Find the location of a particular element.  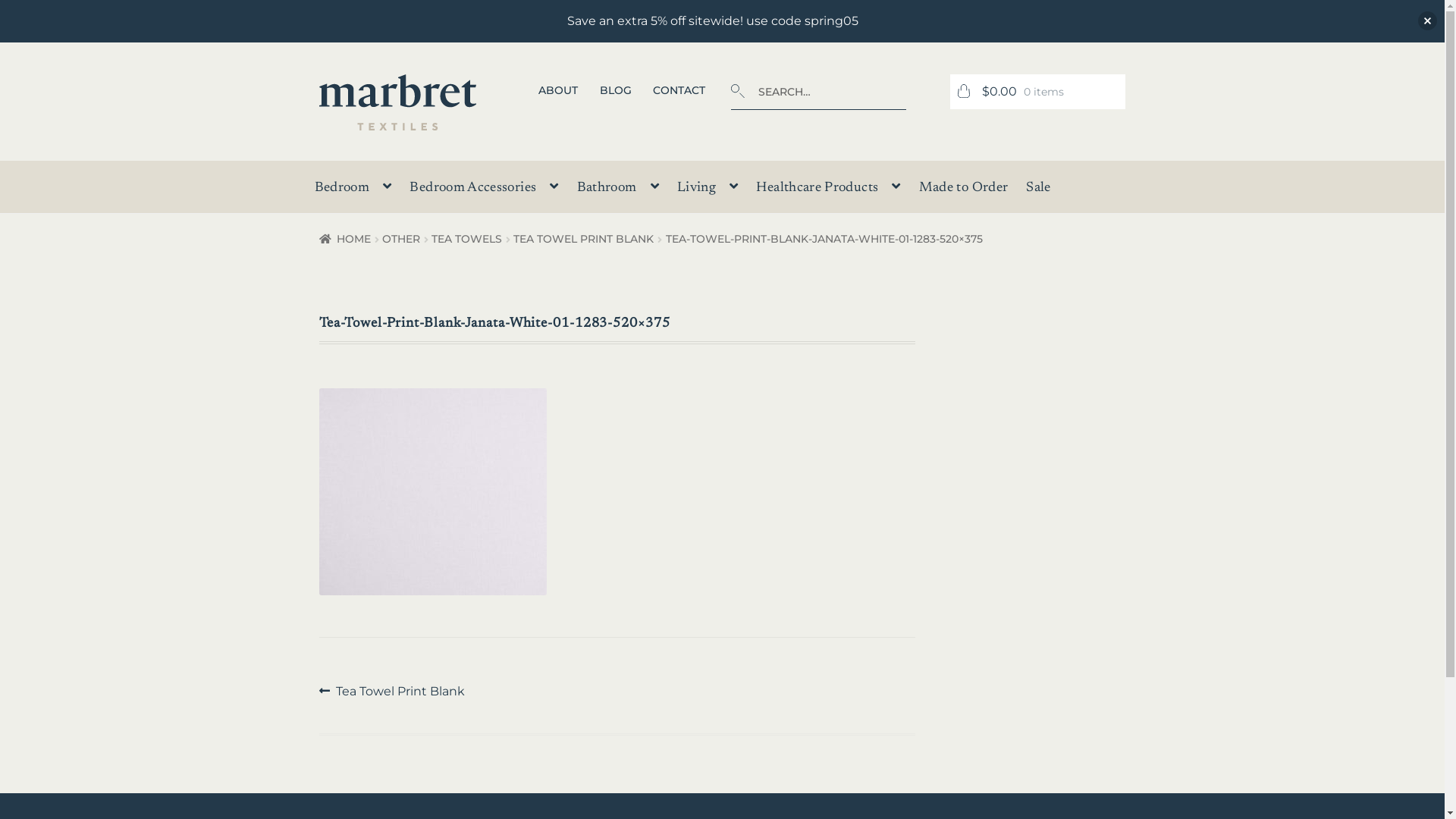

'BLOG' is located at coordinates (616, 90).